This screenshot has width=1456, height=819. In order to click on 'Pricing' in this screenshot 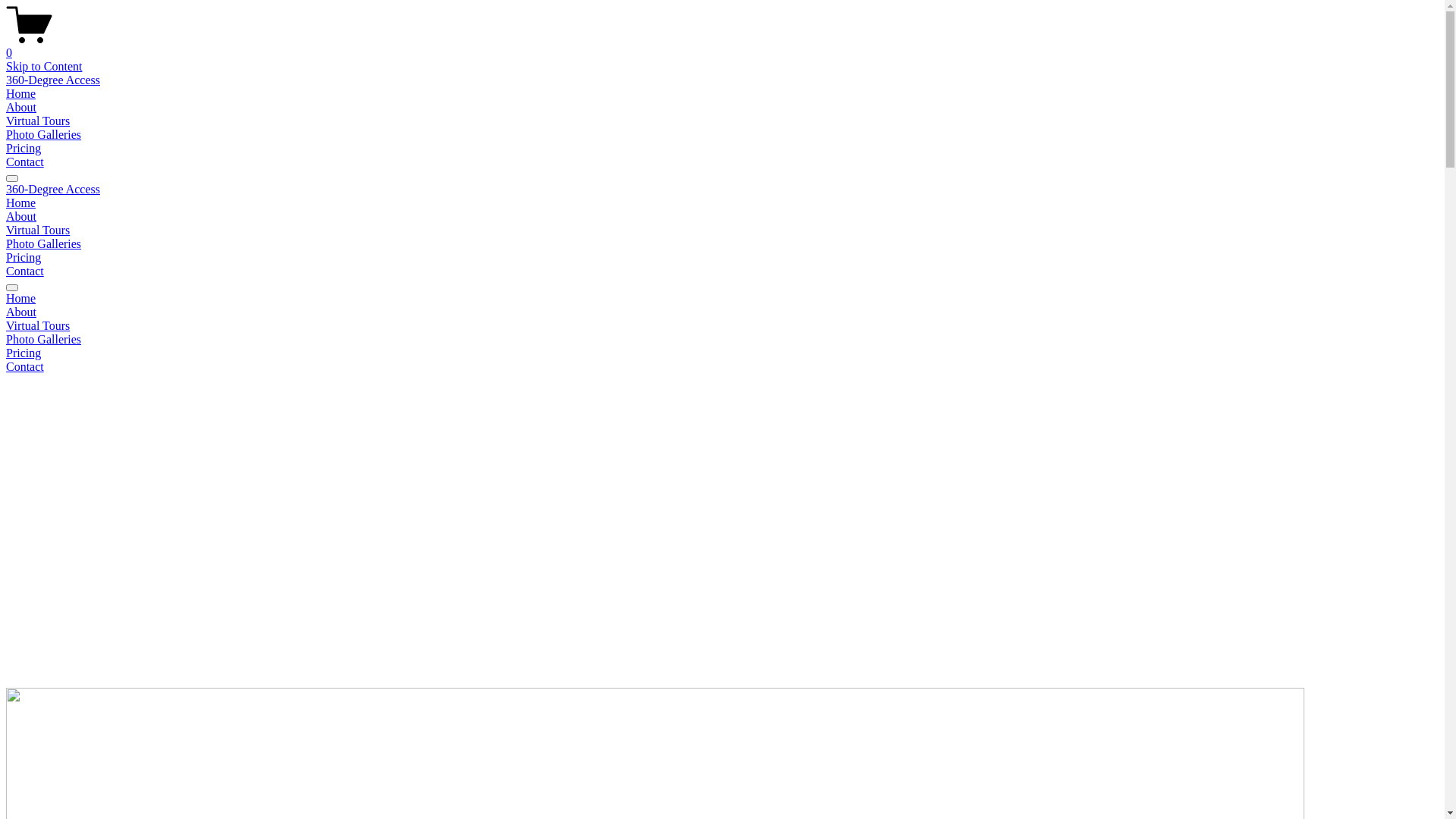, I will do `click(6, 148)`.